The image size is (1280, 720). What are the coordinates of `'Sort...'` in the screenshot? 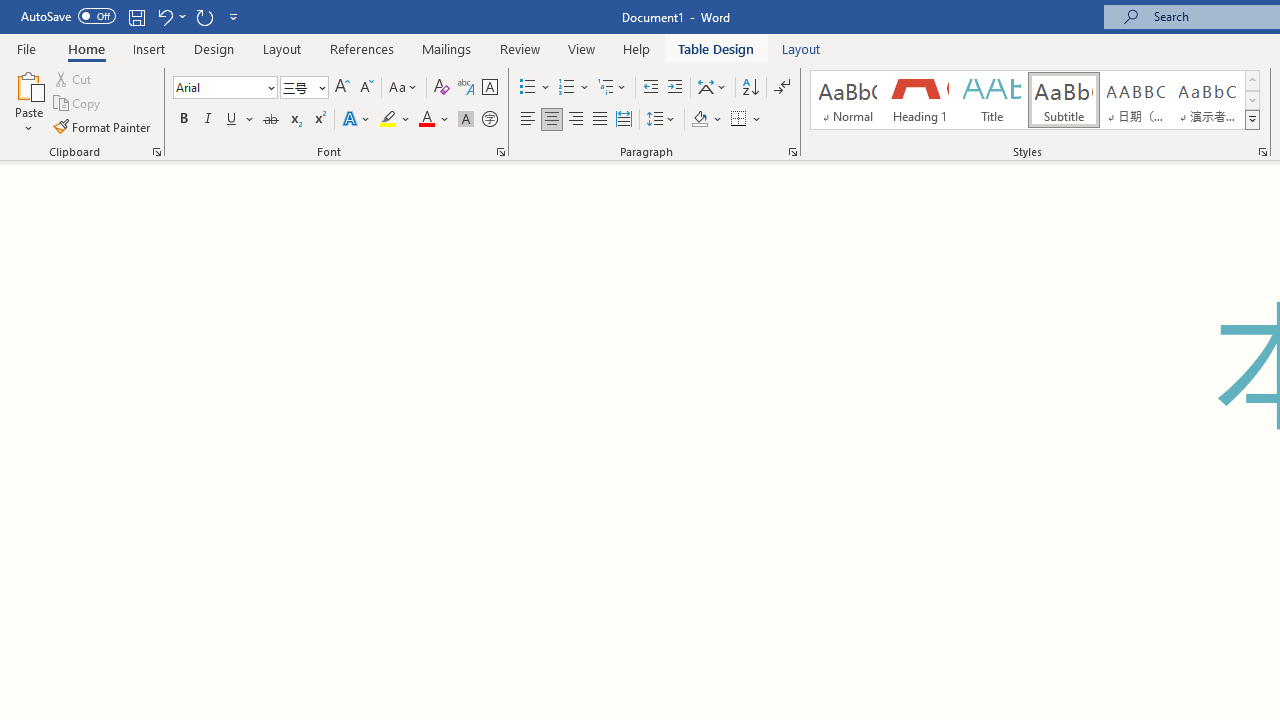 It's located at (749, 86).